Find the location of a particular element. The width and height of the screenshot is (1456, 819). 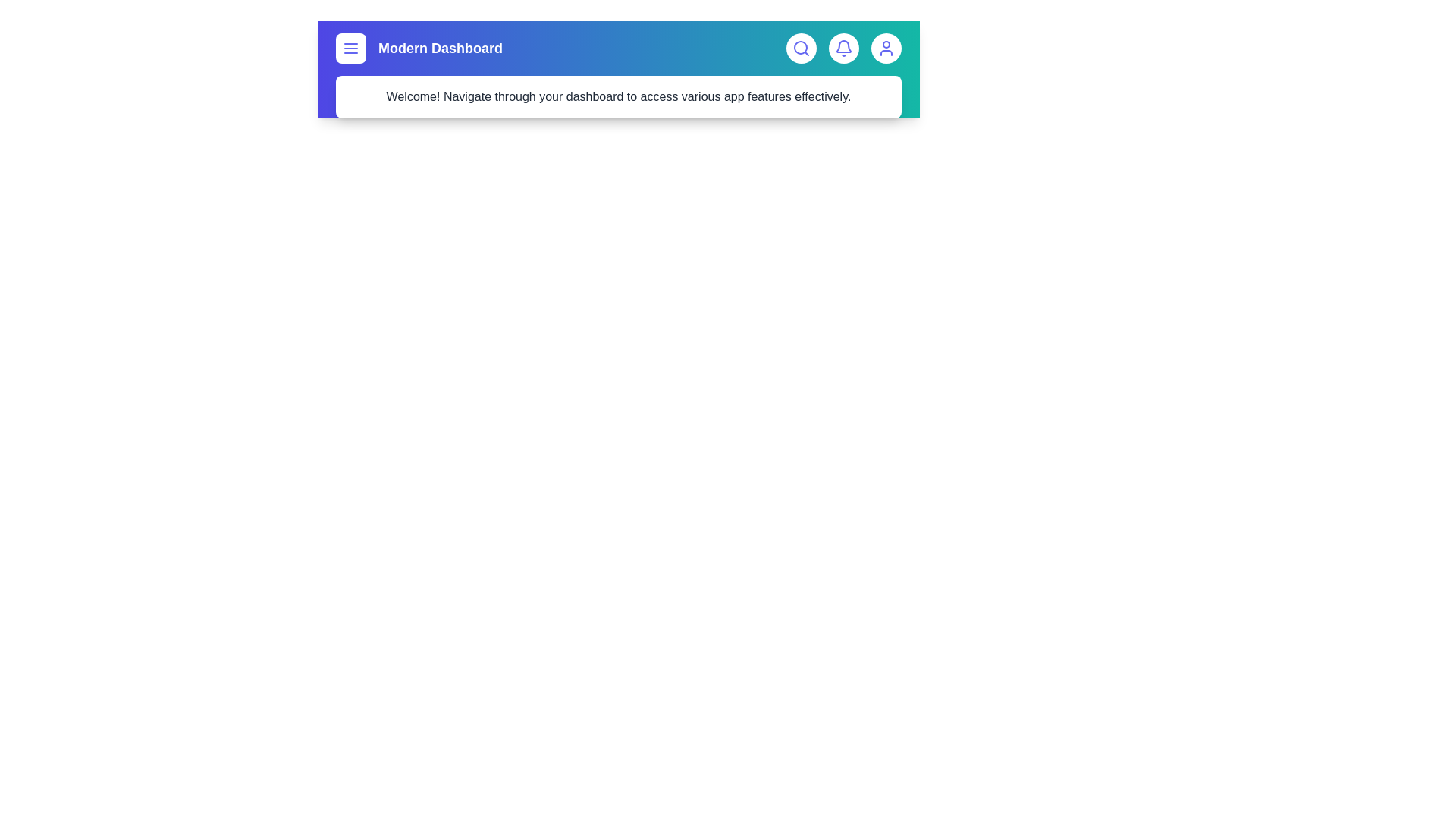

the bell icon to view notifications is located at coordinates (843, 48).